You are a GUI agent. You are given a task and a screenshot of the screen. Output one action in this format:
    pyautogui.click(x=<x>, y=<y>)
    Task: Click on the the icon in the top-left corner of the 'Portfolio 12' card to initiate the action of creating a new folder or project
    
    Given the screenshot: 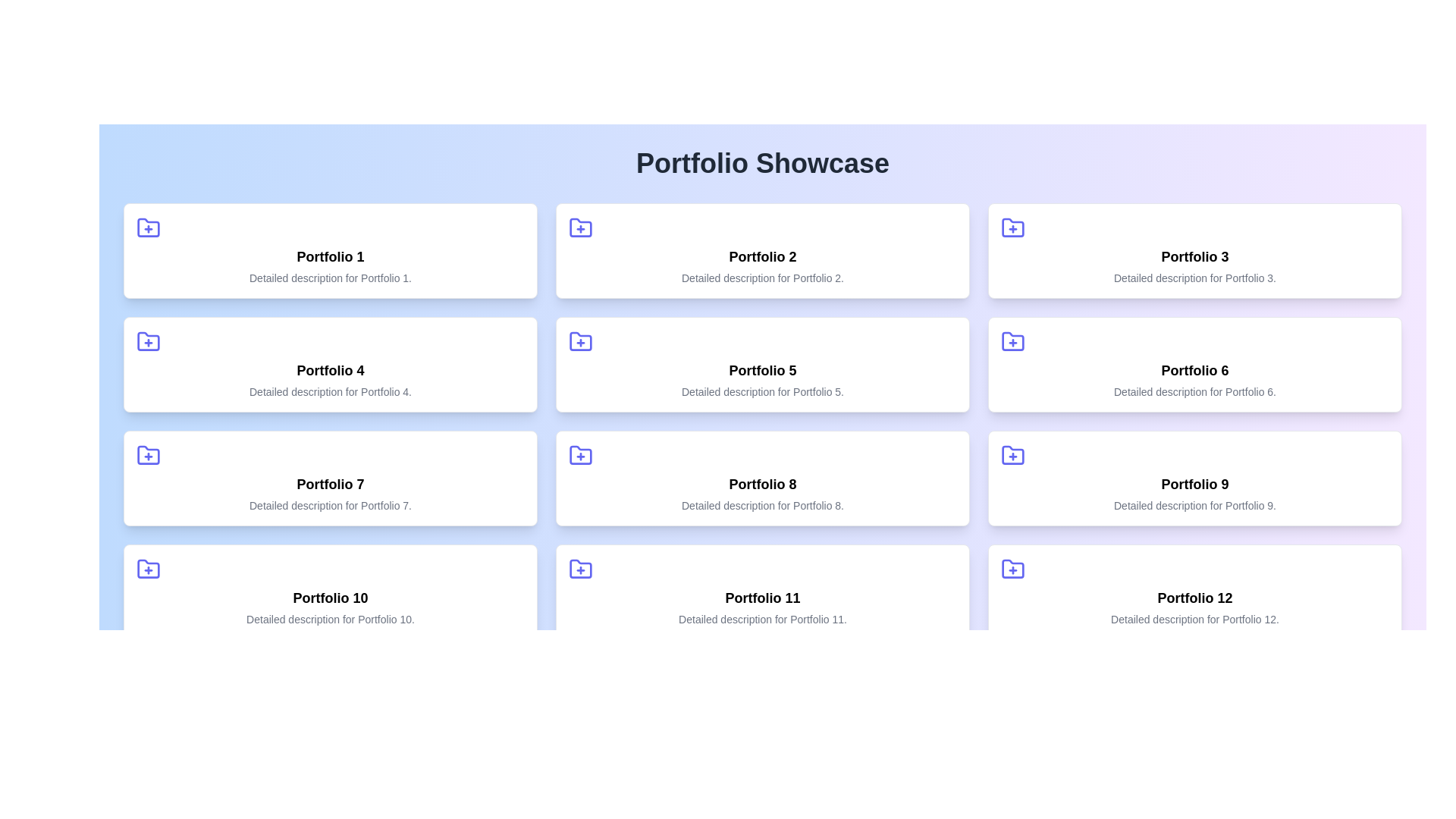 What is the action you would take?
    pyautogui.click(x=1012, y=570)
    